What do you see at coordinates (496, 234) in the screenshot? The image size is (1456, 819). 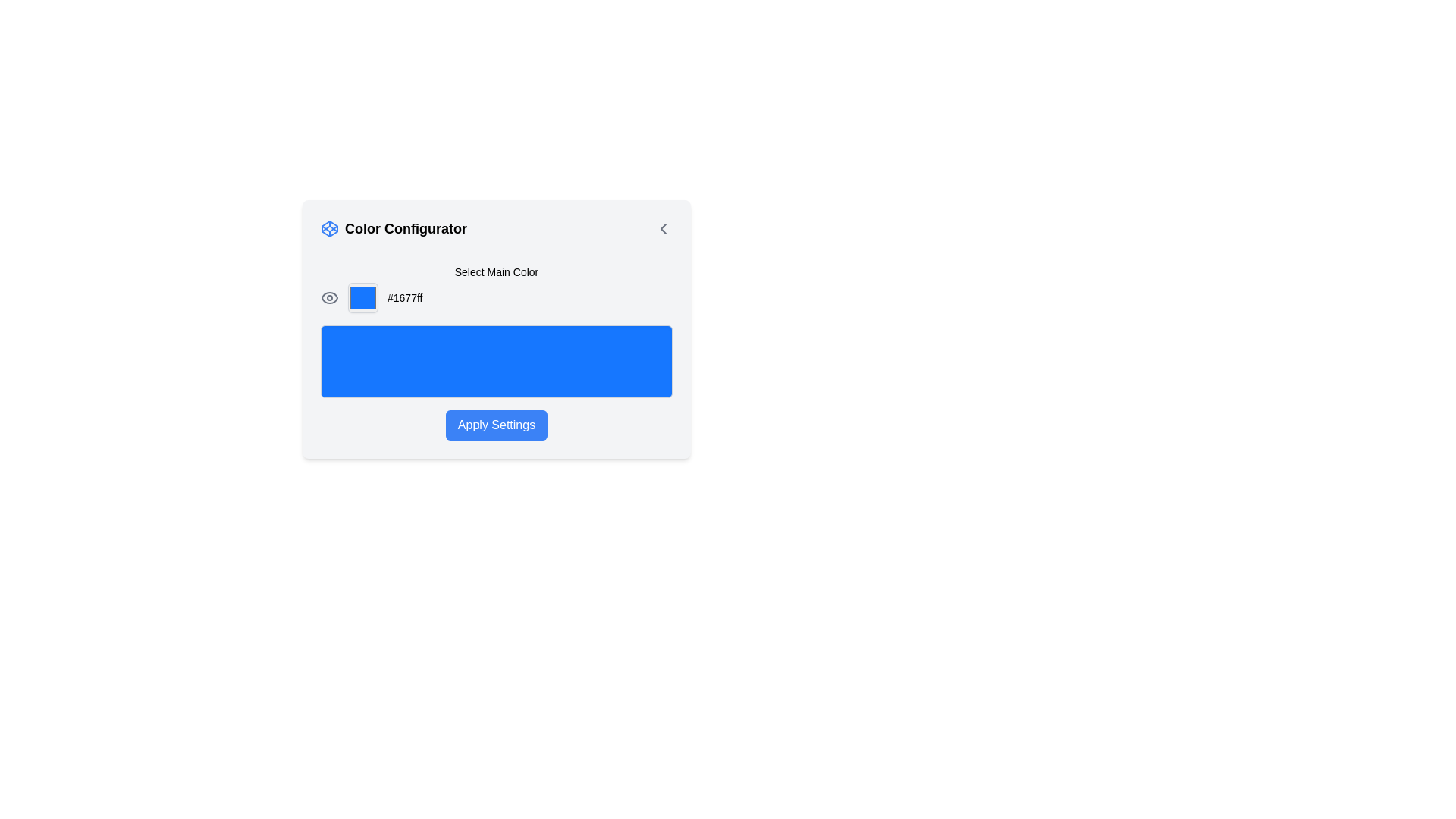 I see `the purpose of the section` at bounding box center [496, 234].